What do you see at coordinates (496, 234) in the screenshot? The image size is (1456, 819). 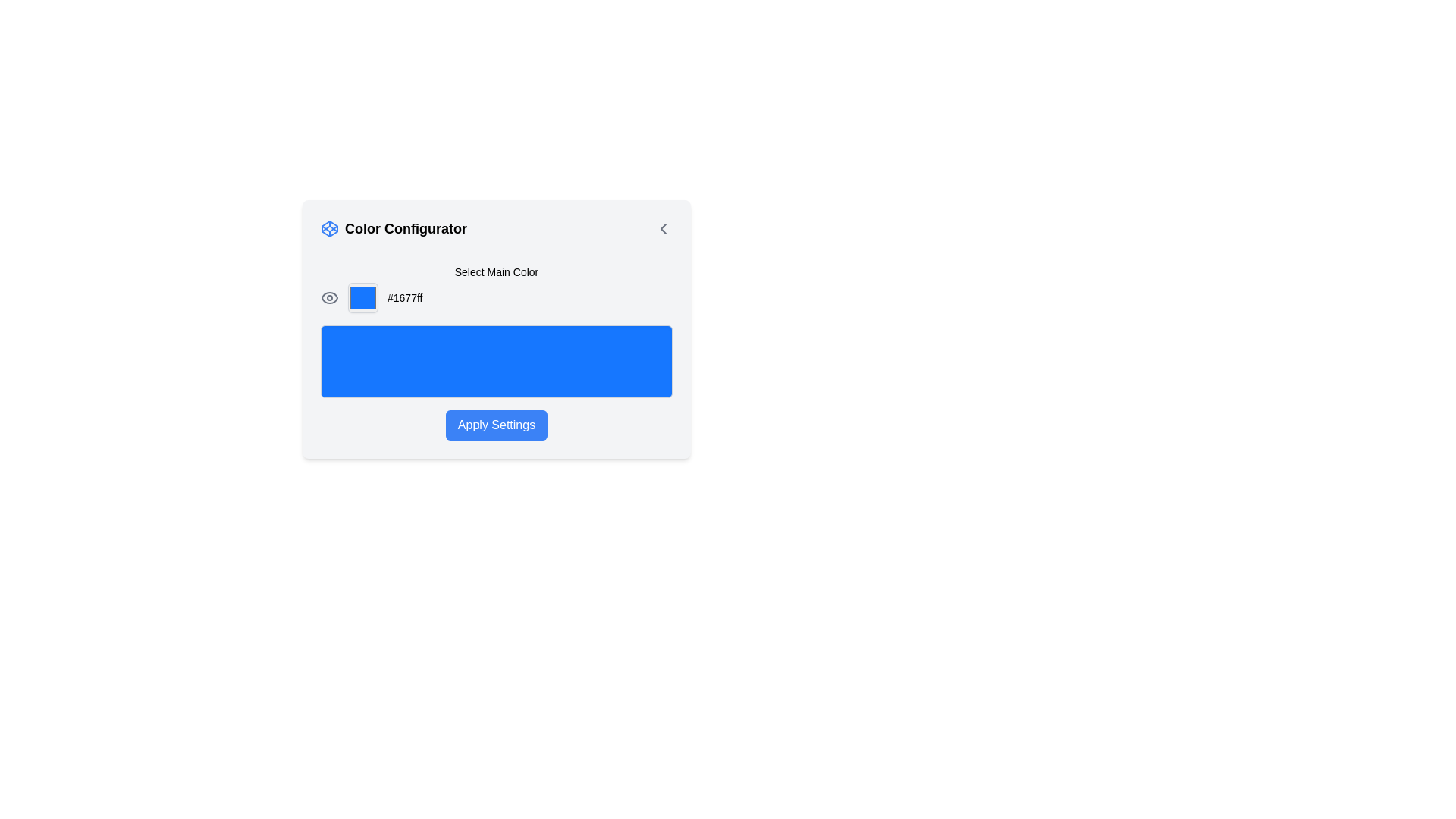 I see `the purpose of the section` at bounding box center [496, 234].